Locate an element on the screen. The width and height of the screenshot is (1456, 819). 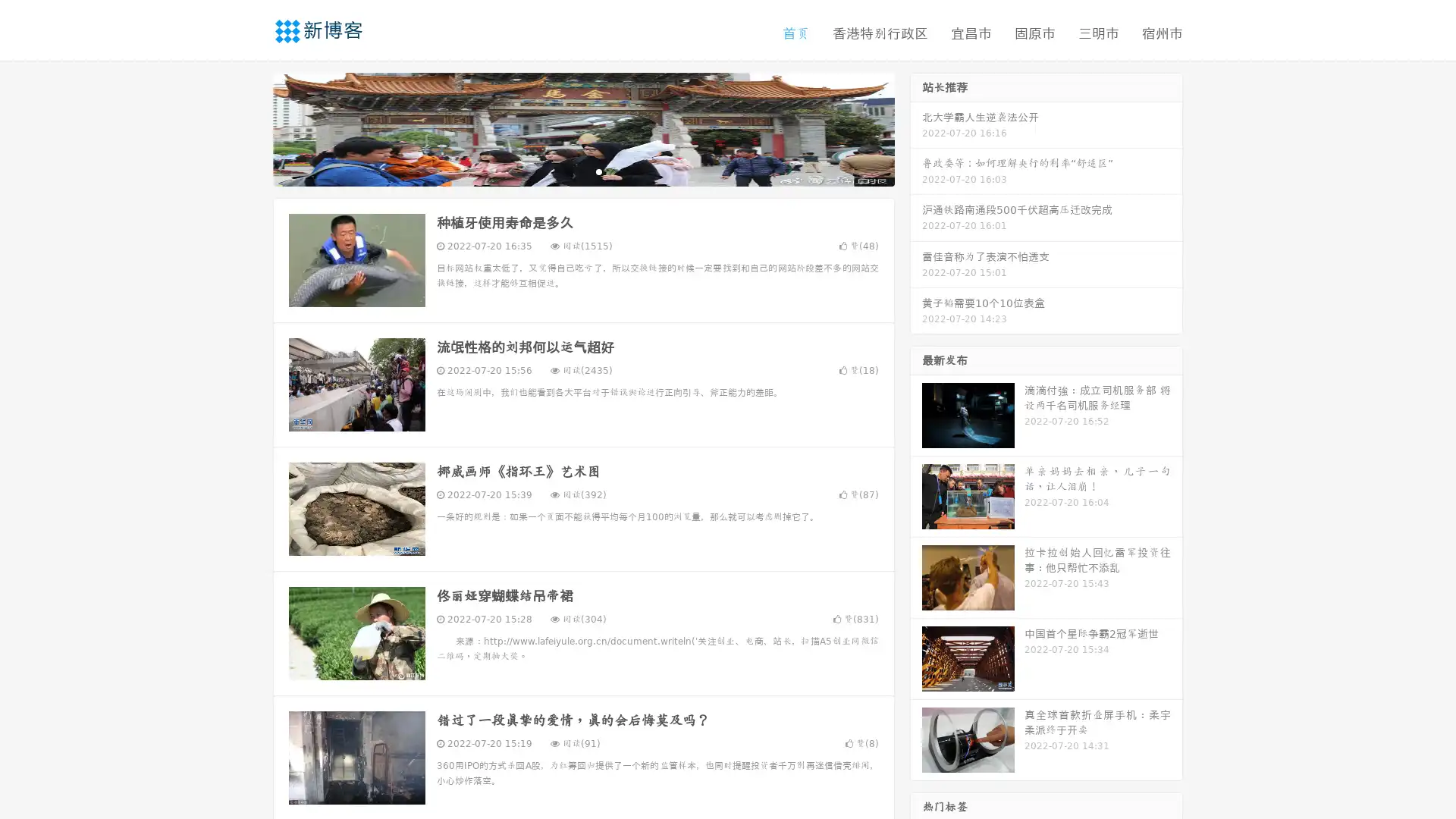
Go to slide 3 is located at coordinates (598, 171).